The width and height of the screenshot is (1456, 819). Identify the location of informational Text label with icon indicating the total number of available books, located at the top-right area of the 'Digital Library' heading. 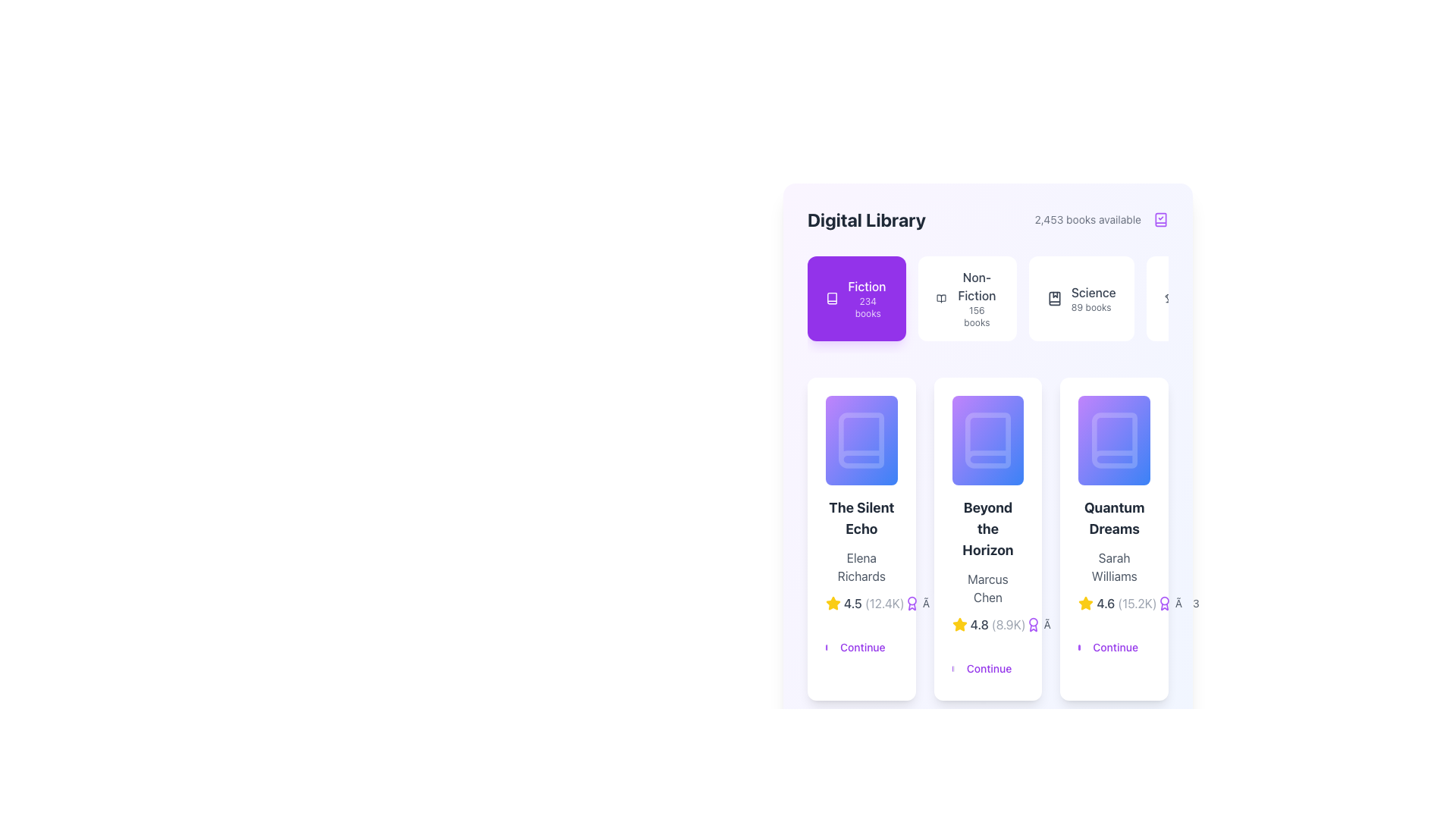
(1101, 219).